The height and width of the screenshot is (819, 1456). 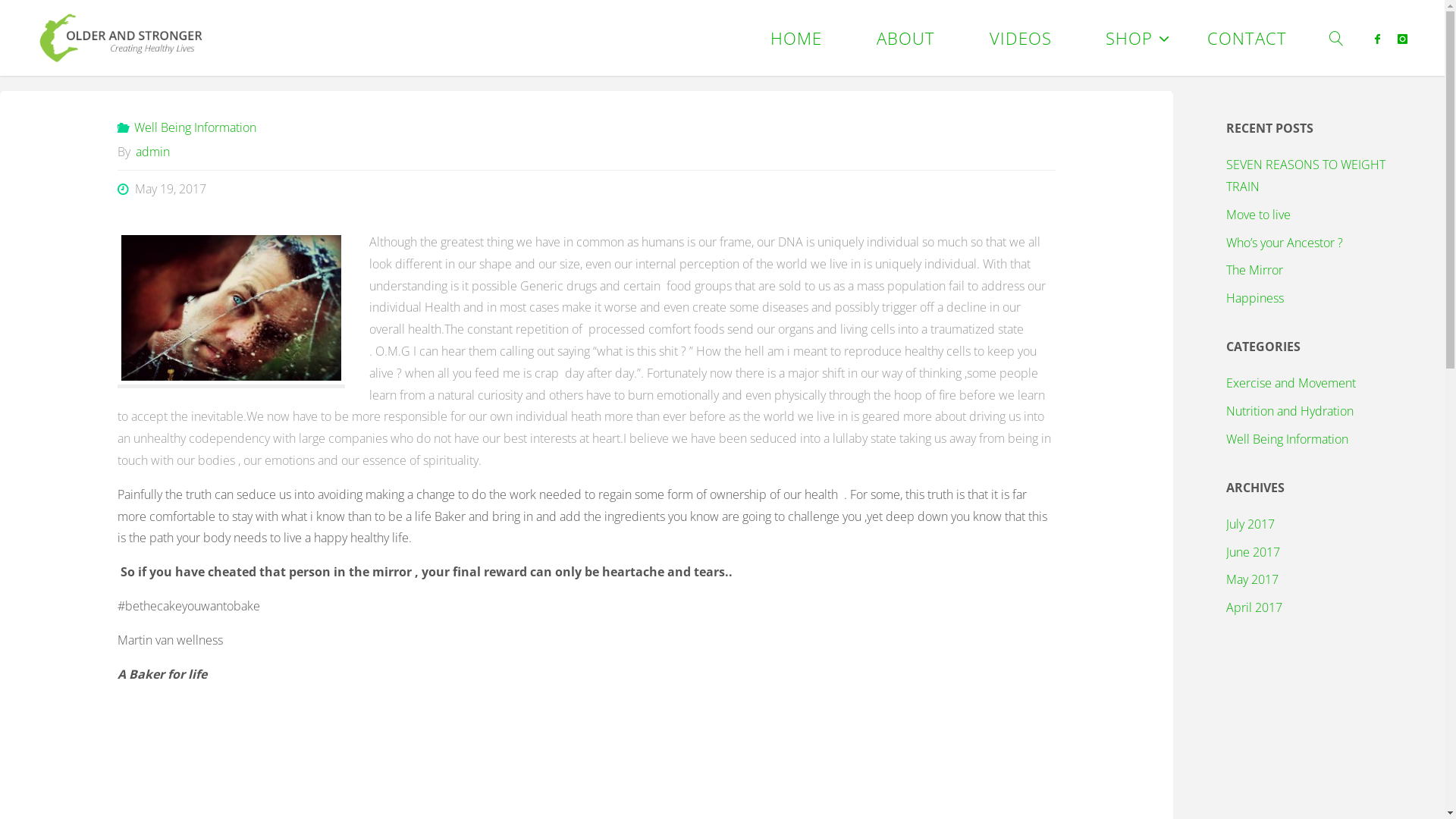 I want to click on 'CONTACT', so click(x=1247, y=37).